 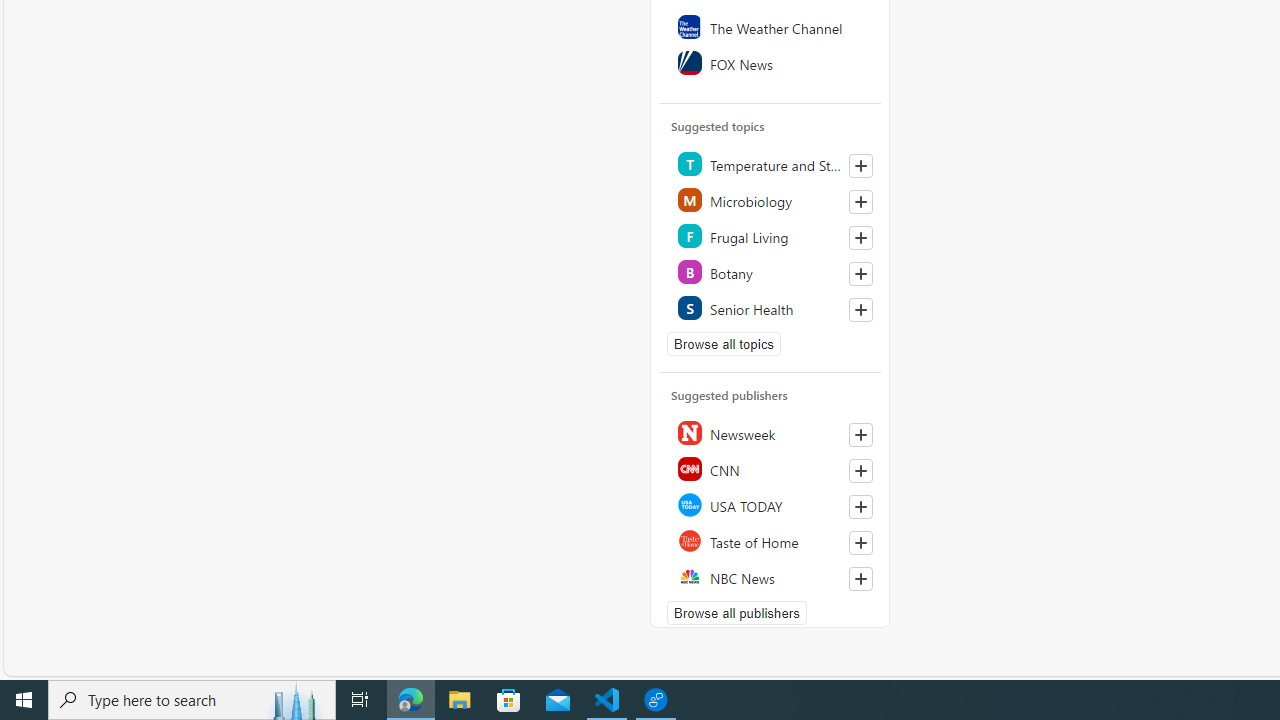 I want to click on 'Newsweek', so click(x=770, y=432).